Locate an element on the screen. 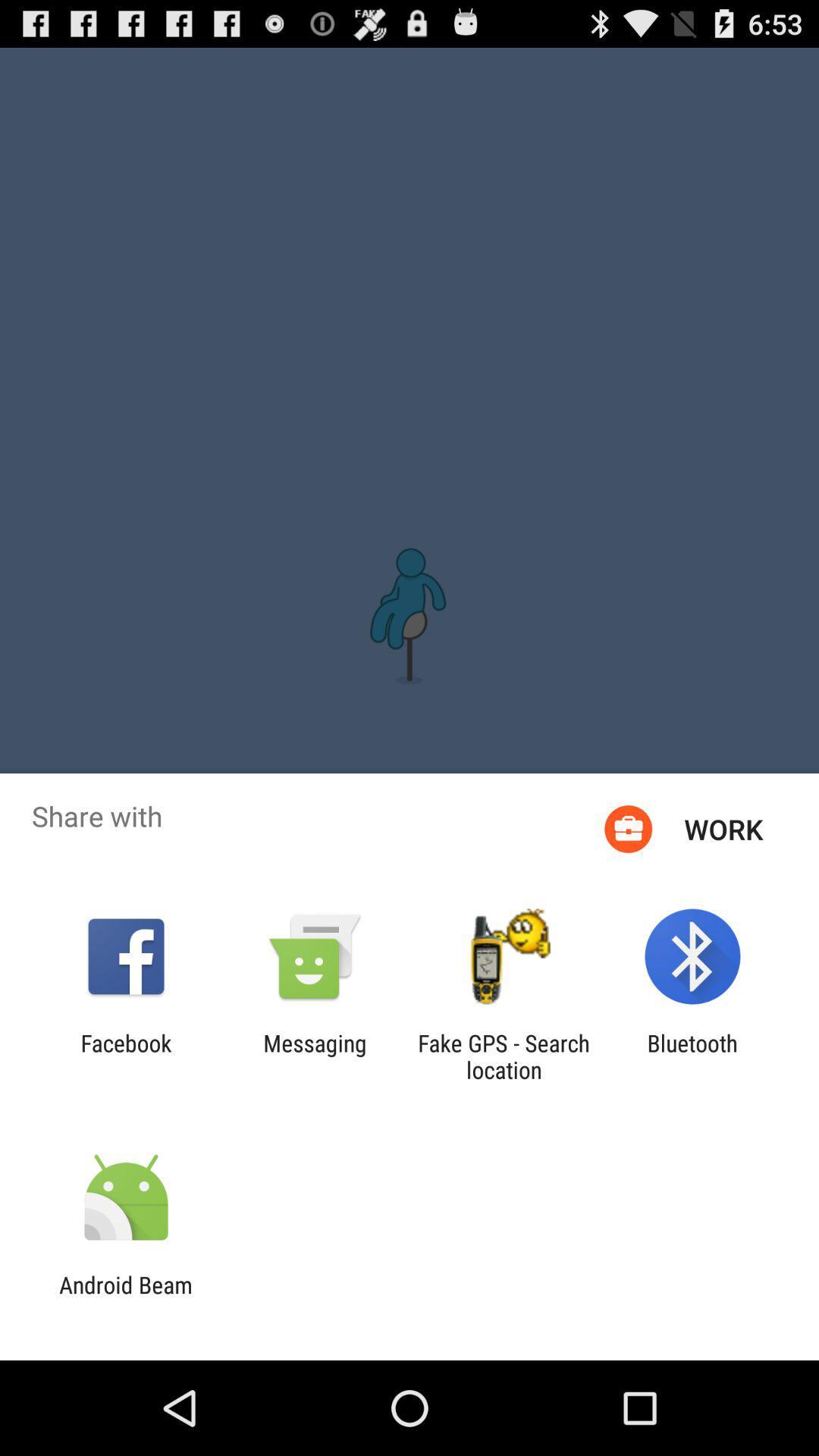 This screenshot has width=819, height=1456. app to the left of the bluetooth icon is located at coordinates (504, 1056).